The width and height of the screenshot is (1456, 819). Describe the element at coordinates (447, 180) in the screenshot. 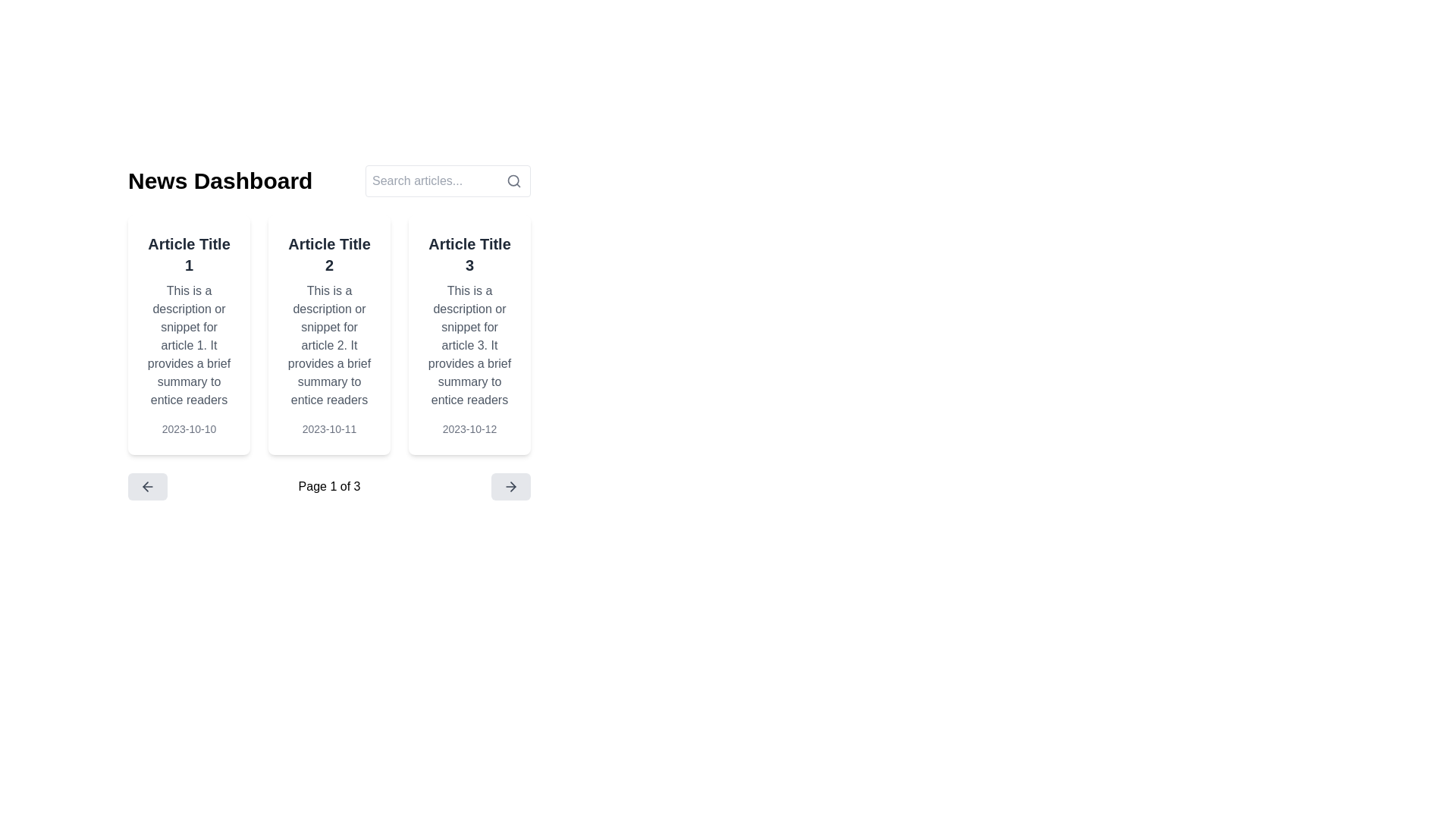

I see `the search input field with placeholder text 'Search articles...' and the accompanying magnifying glass icon located in the top-right section of the 'News Dashboard'` at that location.